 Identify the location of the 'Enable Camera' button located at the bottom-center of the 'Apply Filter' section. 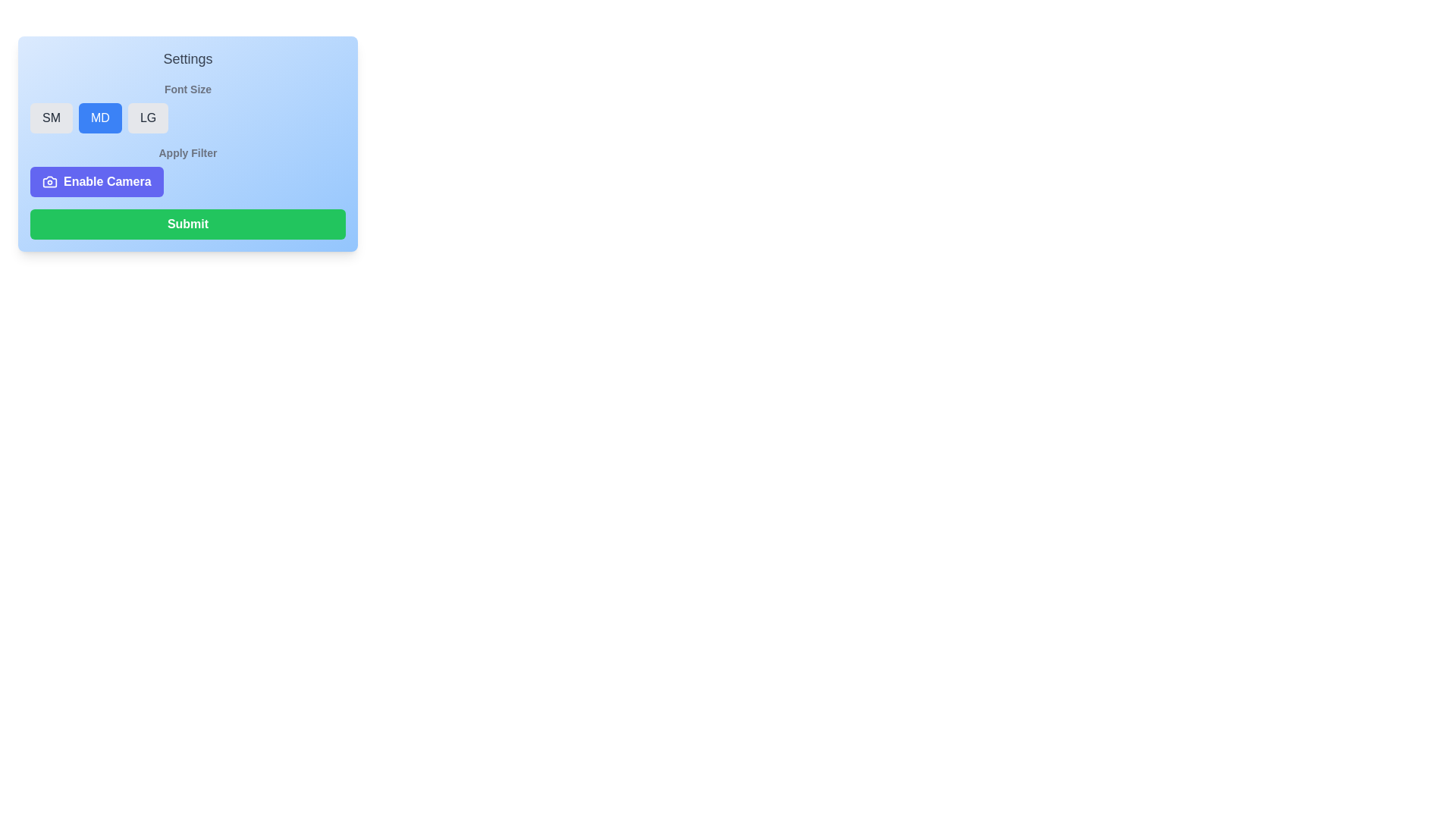
(187, 180).